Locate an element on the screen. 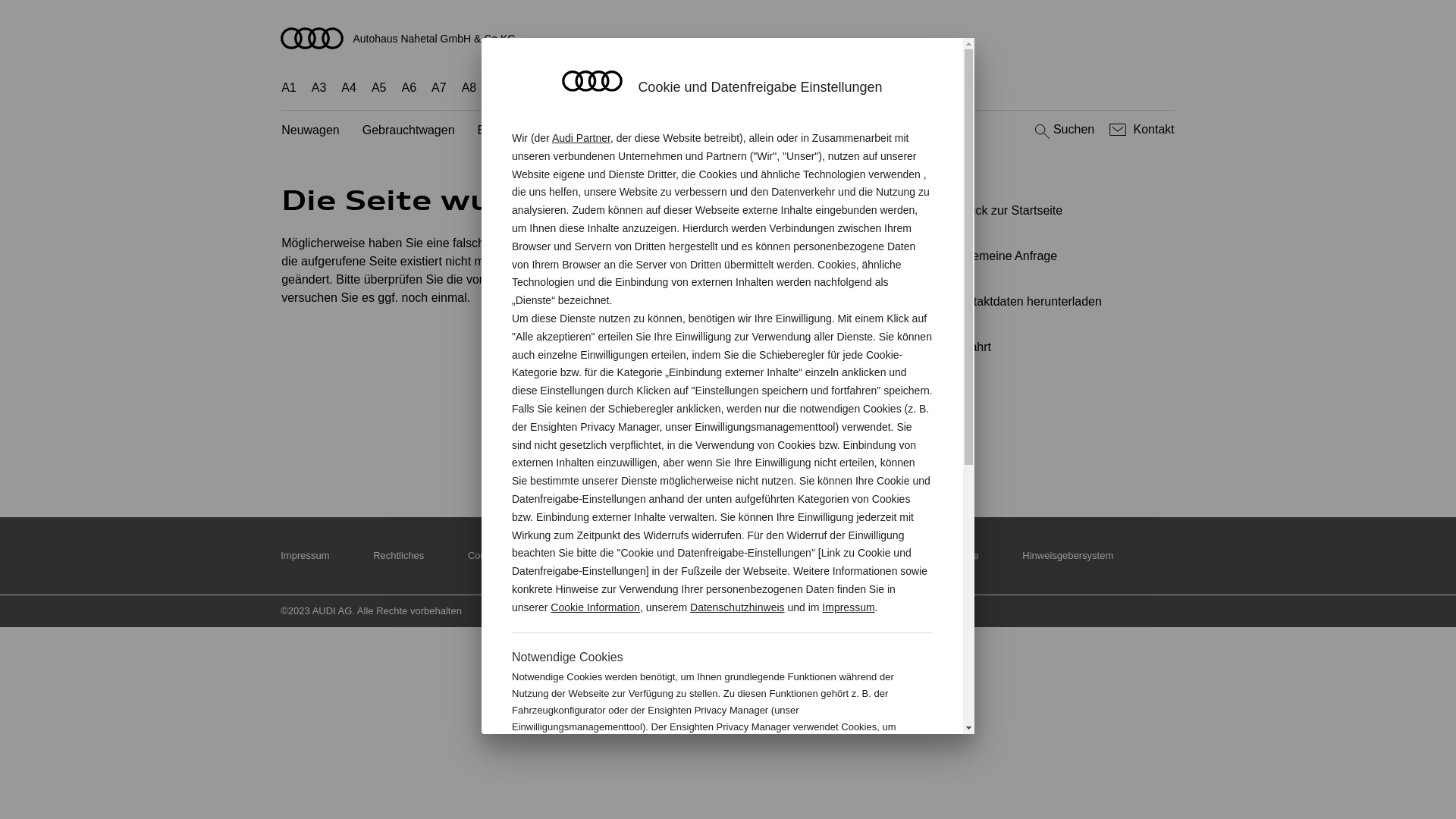  'Datenschutzhinweis' is located at coordinates (737, 607).